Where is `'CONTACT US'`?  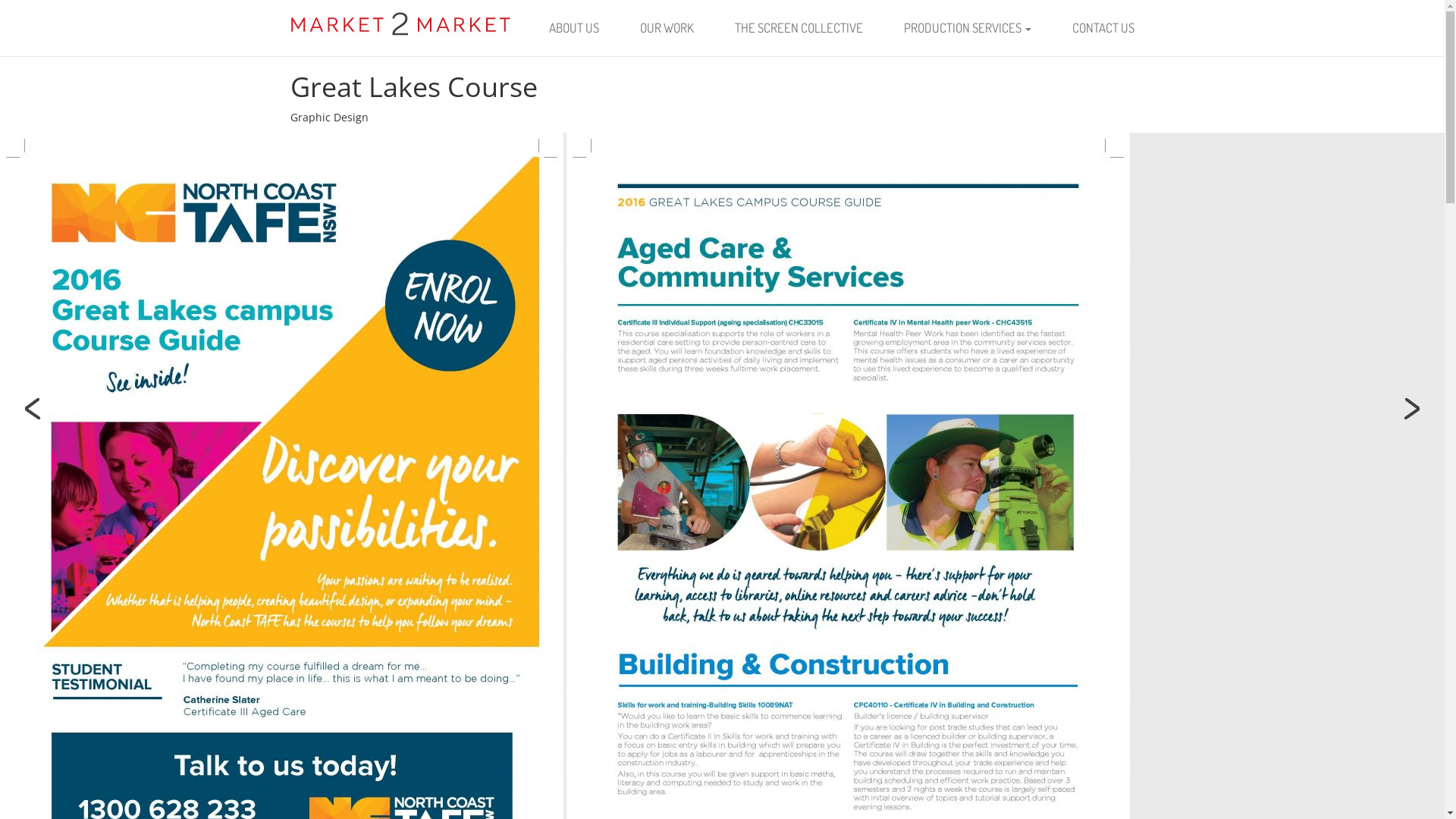
'CONTACT US' is located at coordinates (1103, 28).